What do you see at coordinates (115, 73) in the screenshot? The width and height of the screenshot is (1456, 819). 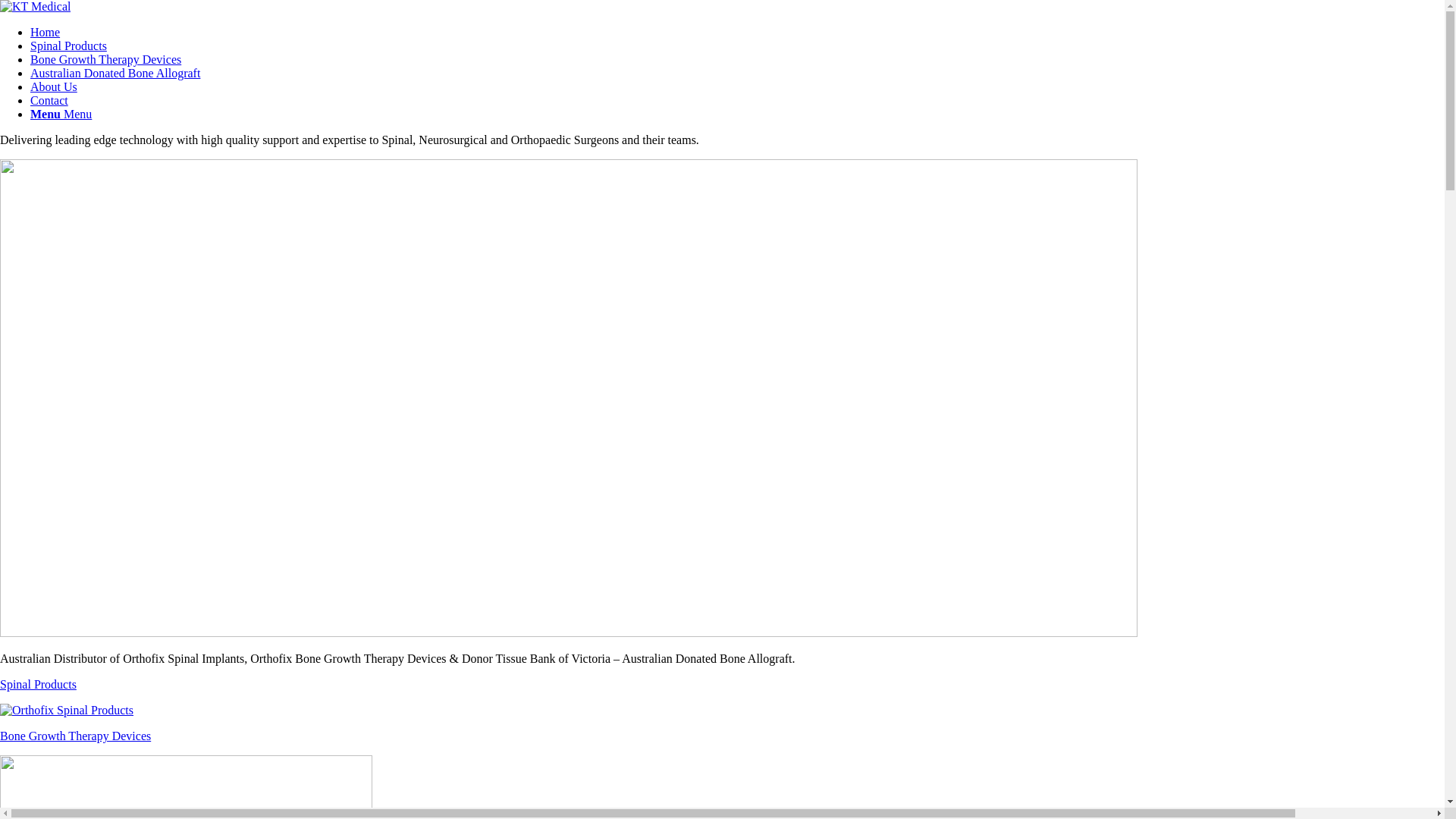 I see `'Australian Donated Bone Allograft'` at bounding box center [115, 73].